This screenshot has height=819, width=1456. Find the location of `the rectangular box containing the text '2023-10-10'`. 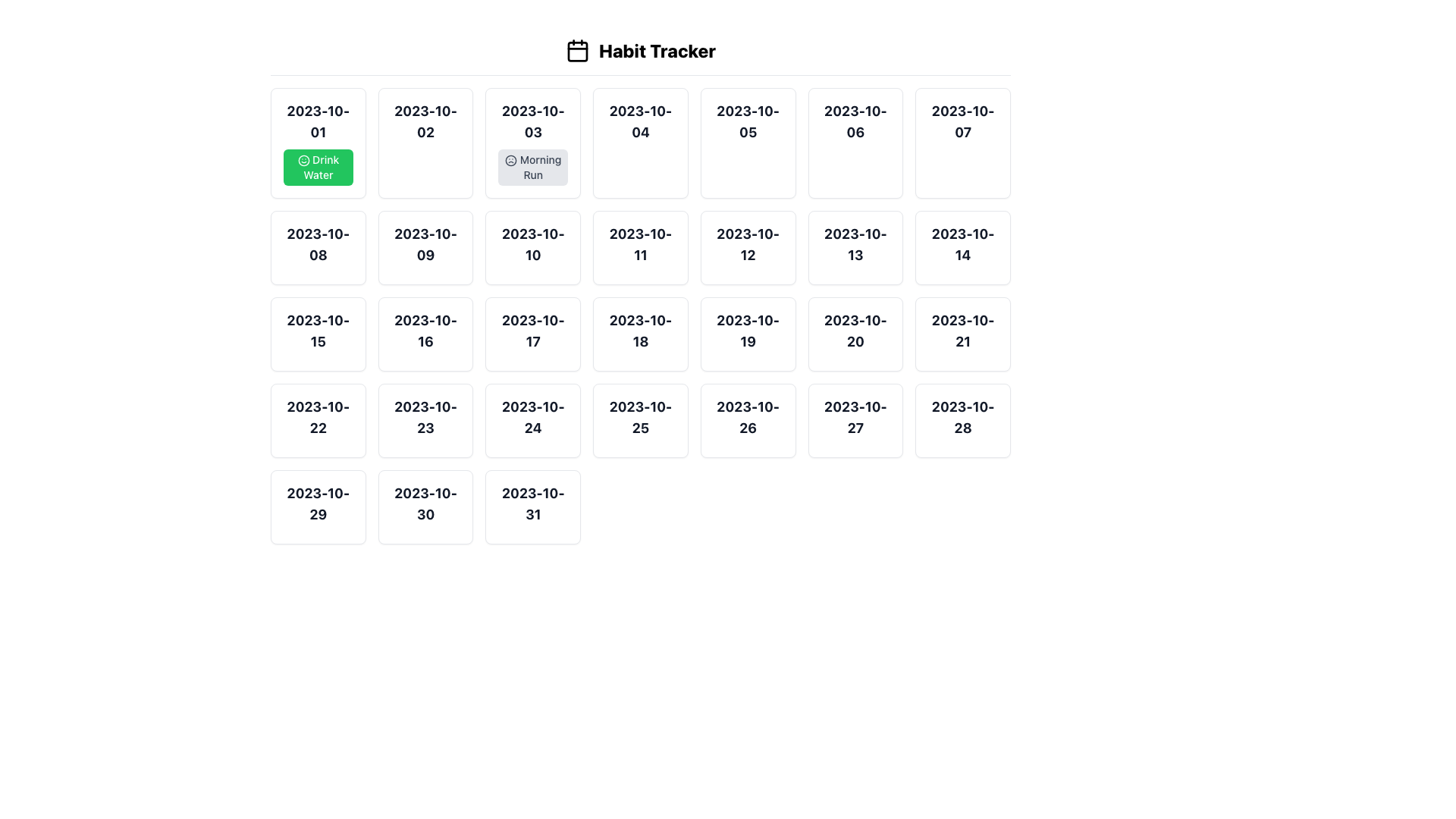

the rectangular box containing the text '2023-10-10' is located at coordinates (533, 247).